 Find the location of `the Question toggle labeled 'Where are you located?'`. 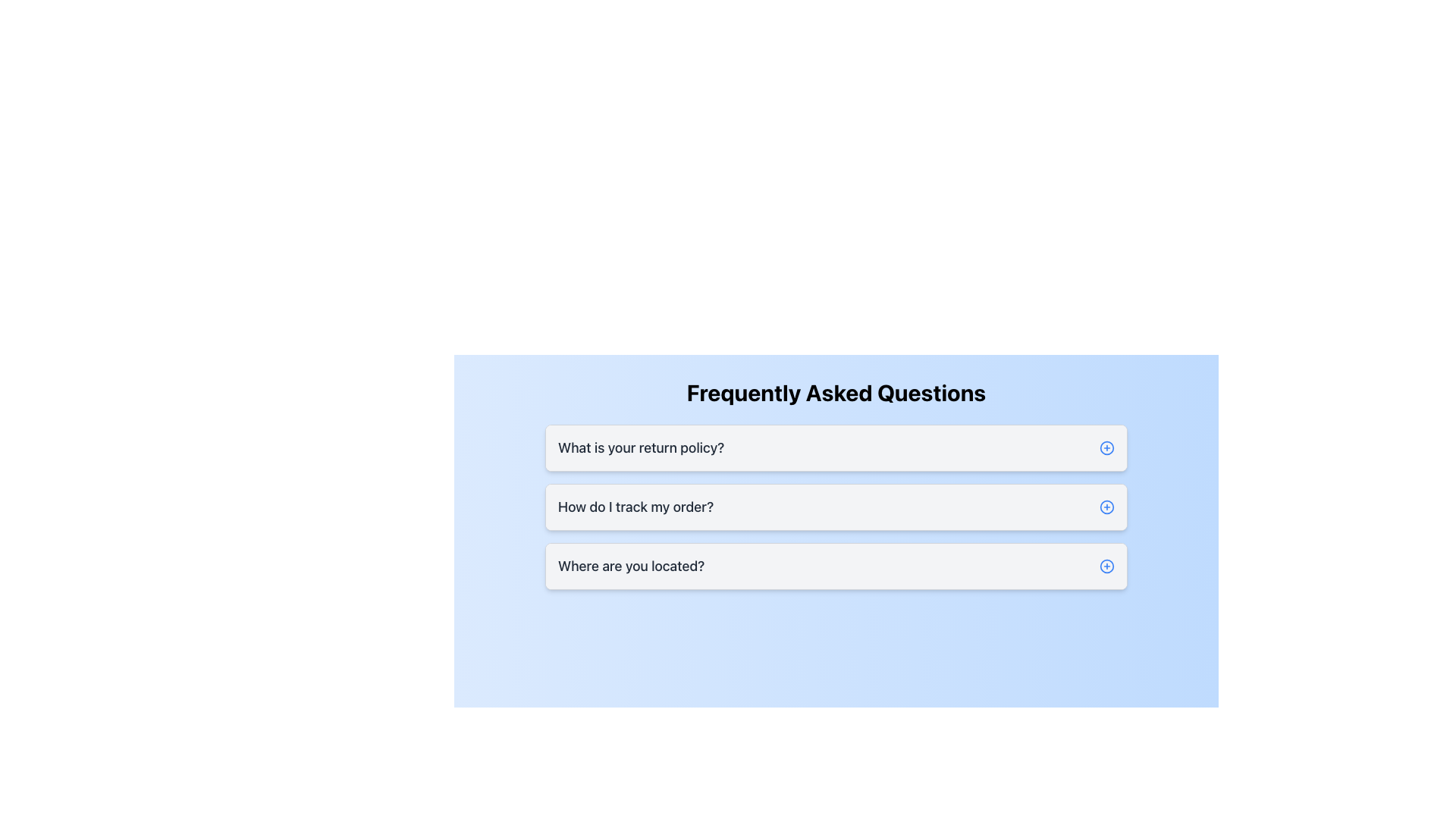

the Question toggle labeled 'Where are you located?' is located at coordinates (836, 566).